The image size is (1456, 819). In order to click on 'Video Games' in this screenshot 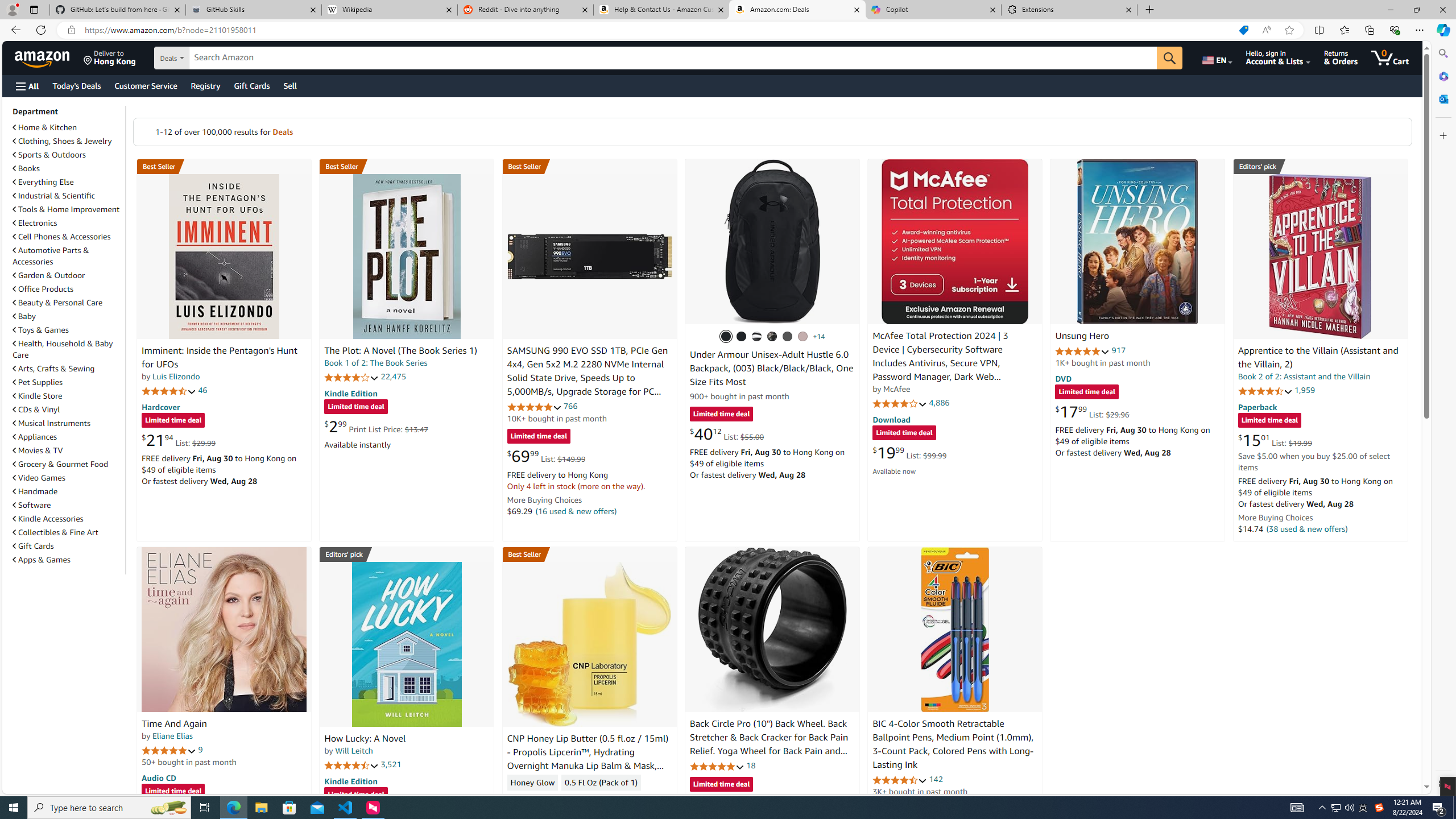, I will do `click(39, 477)`.